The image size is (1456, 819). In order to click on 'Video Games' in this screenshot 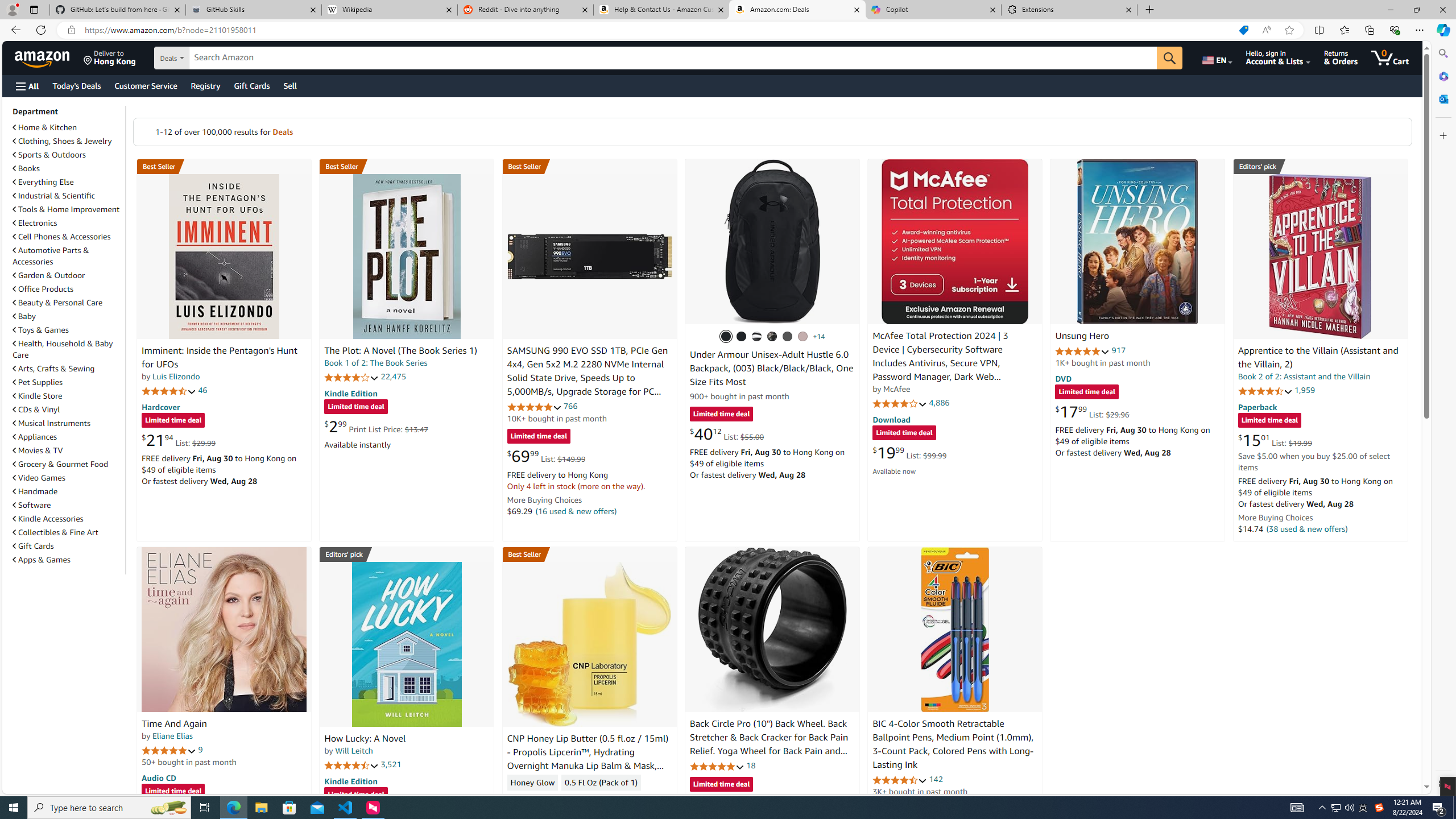, I will do `click(39, 477)`.